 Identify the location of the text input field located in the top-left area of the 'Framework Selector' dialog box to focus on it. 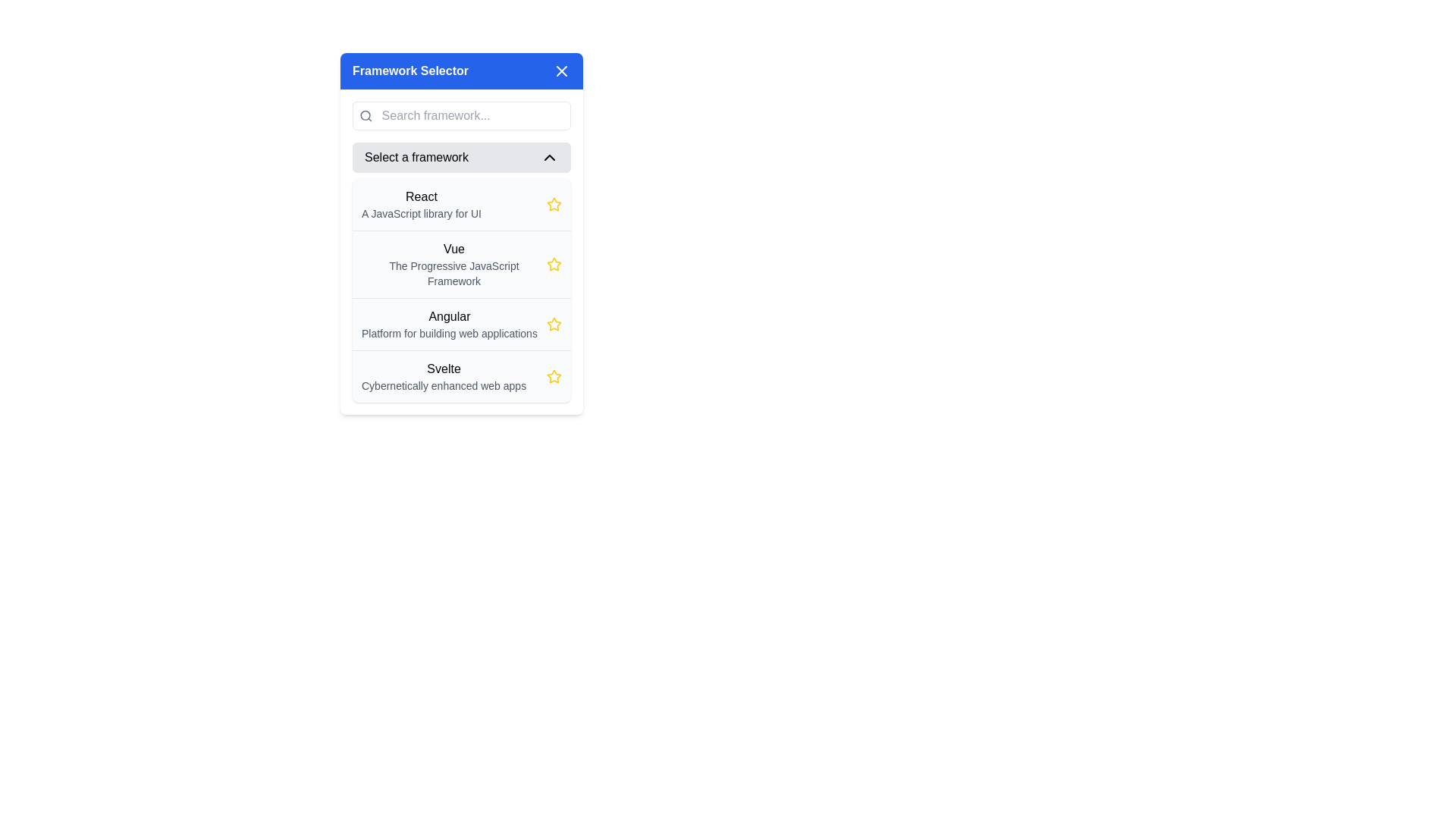
(473, 115).